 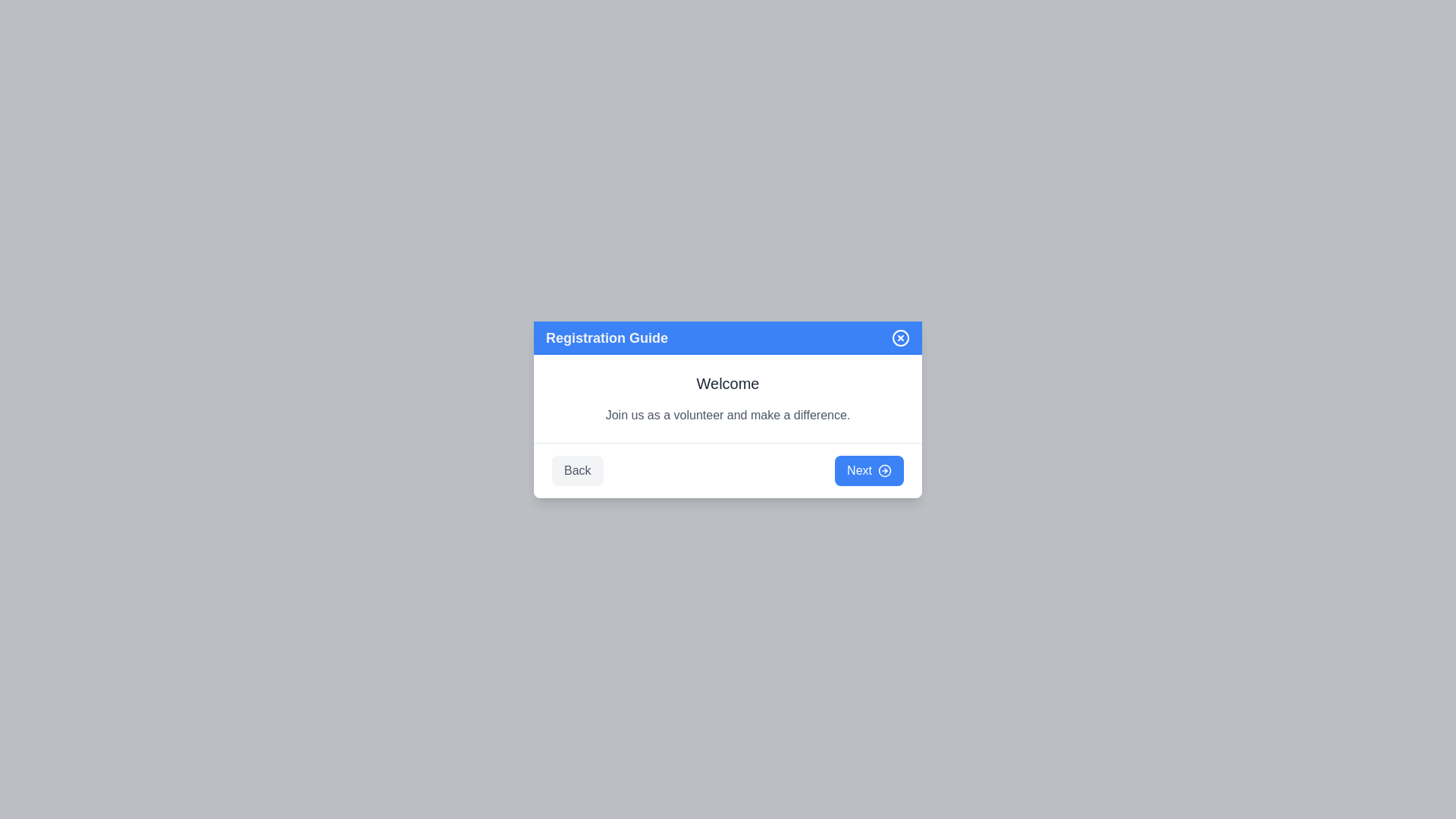 What do you see at coordinates (728, 415) in the screenshot?
I see `the text label displaying 'Join us as a volunteer and make a difference.' which is located below the heading 'Welcome.'` at bounding box center [728, 415].